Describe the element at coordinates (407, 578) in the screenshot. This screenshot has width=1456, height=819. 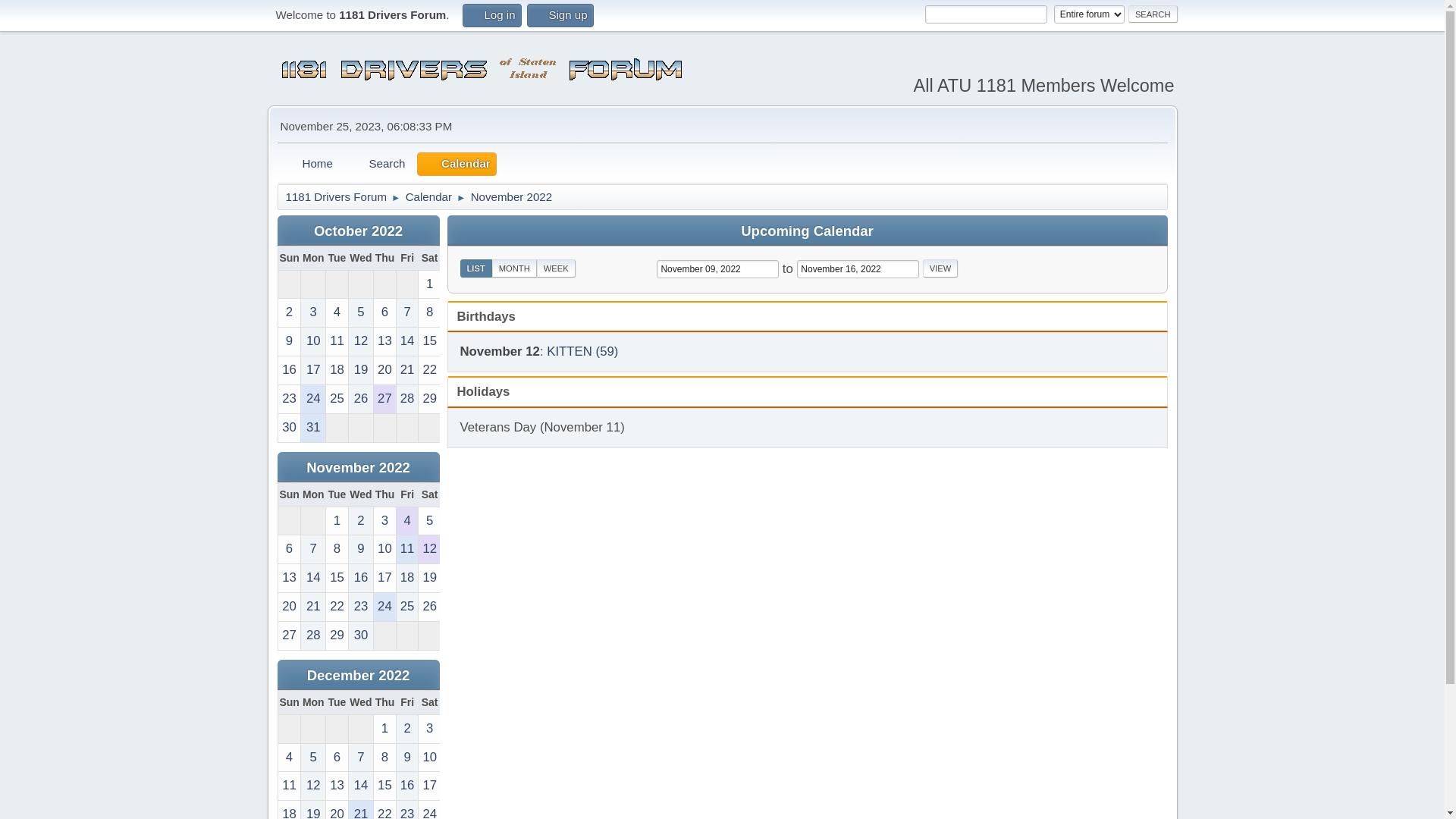
I see `'18'` at that location.